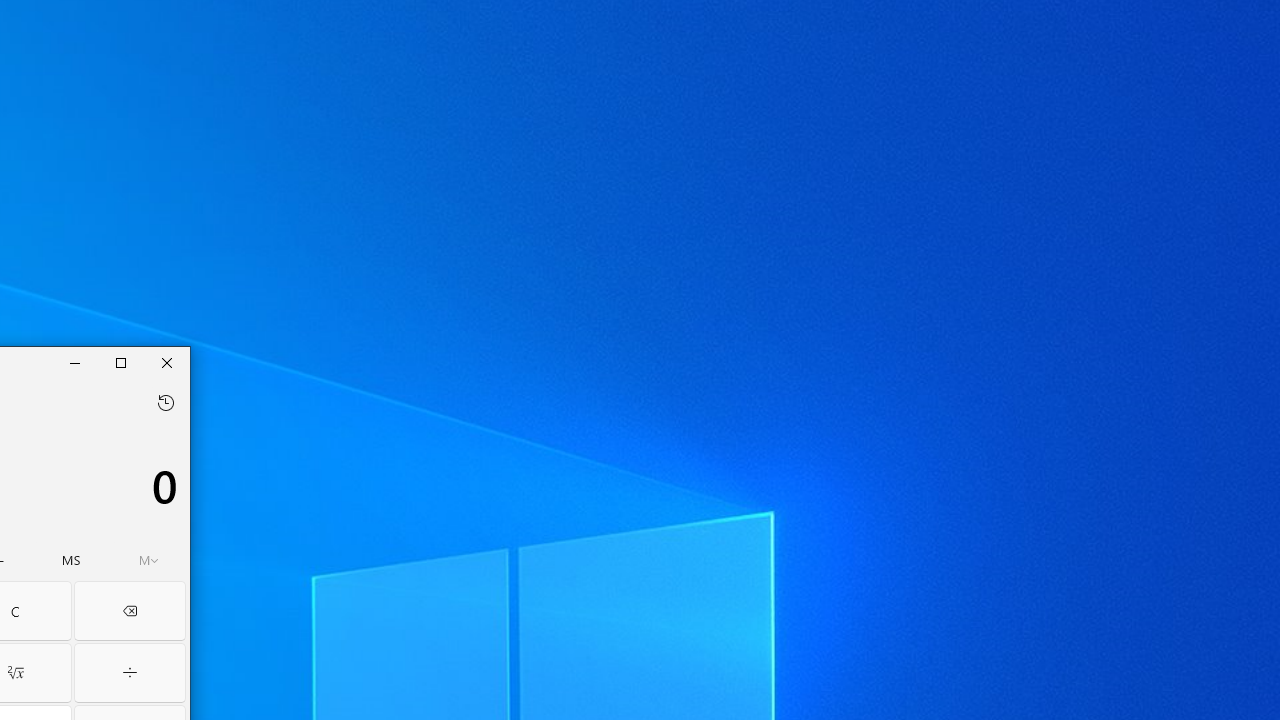 This screenshot has height=720, width=1280. What do you see at coordinates (148, 560) in the screenshot?
I see `'Open memory flyout'` at bounding box center [148, 560].